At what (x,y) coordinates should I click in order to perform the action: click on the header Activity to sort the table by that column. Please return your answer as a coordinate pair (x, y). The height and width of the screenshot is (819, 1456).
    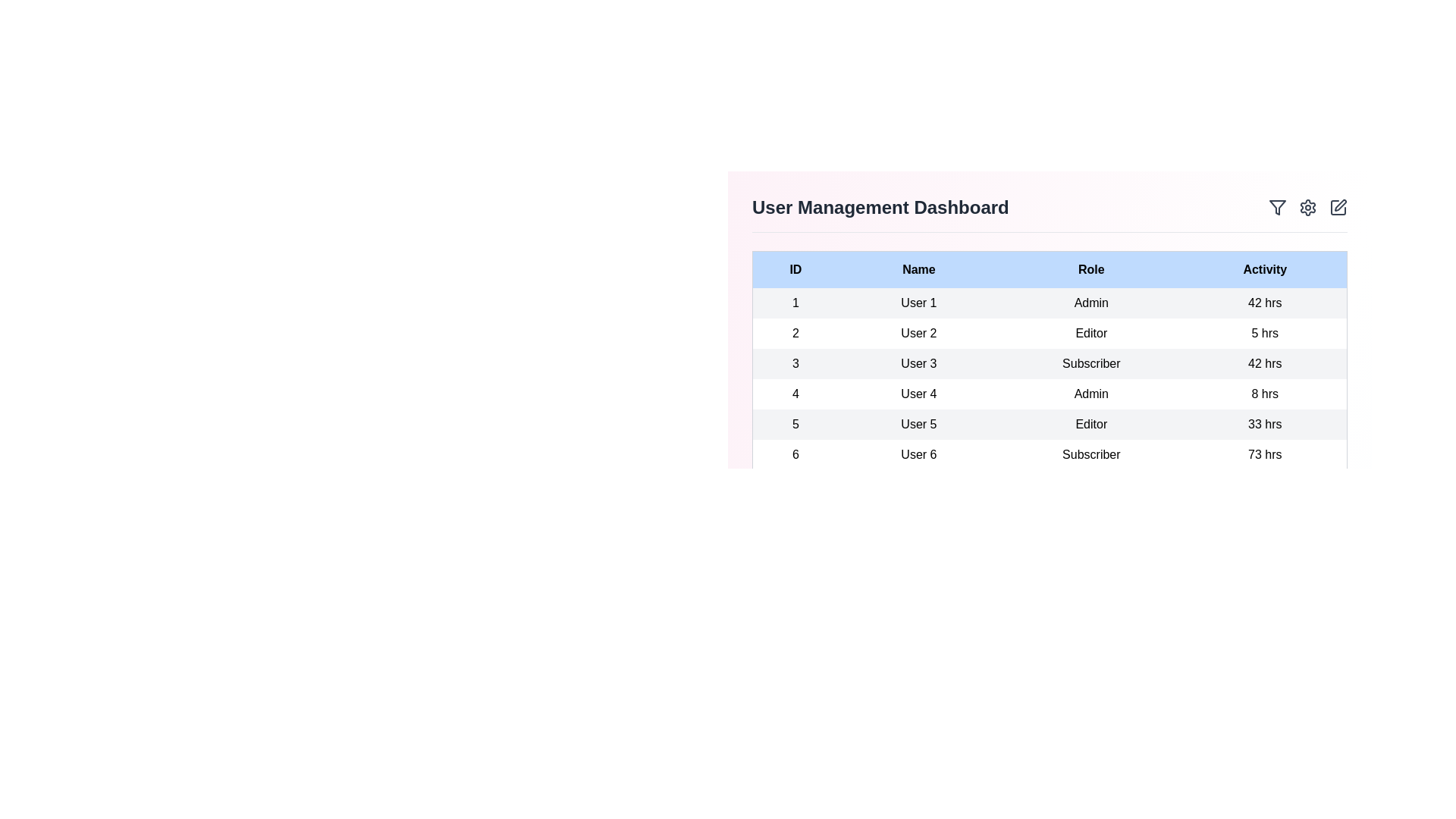
    Looking at the image, I should click on (1265, 268).